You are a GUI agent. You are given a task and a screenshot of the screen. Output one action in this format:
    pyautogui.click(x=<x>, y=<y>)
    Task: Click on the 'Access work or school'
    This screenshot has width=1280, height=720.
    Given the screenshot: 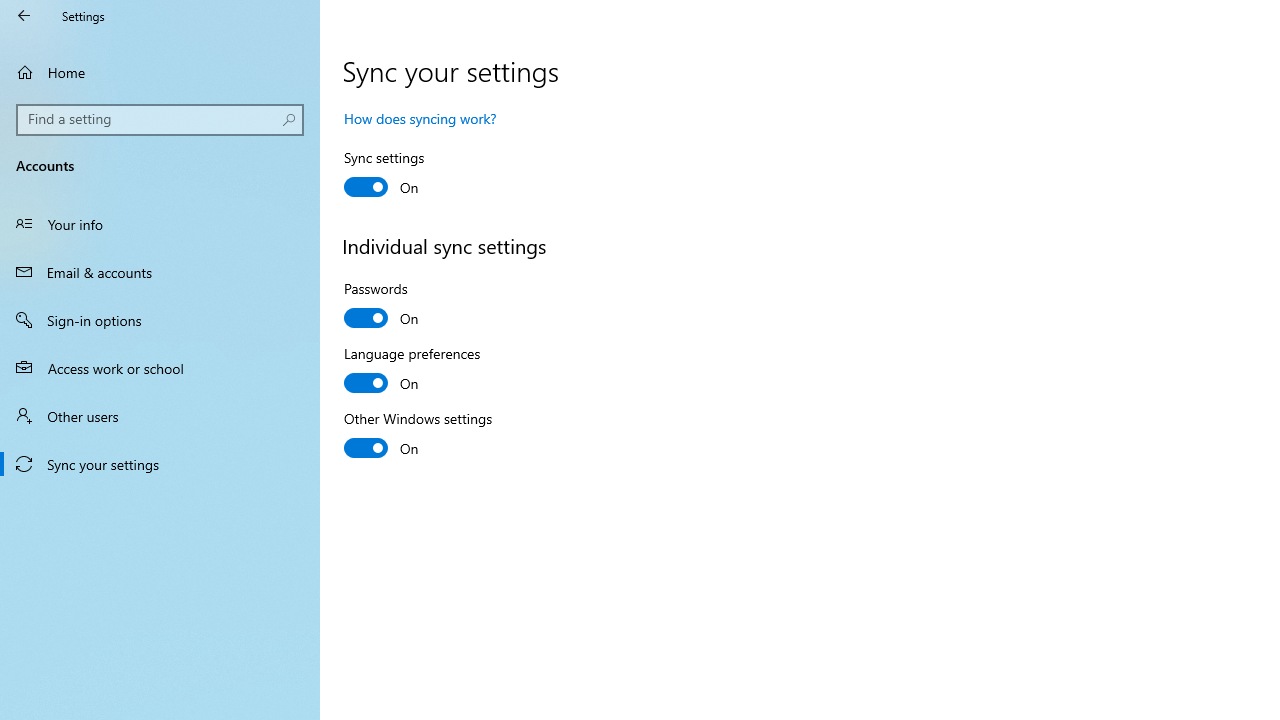 What is the action you would take?
    pyautogui.click(x=160, y=367)
    